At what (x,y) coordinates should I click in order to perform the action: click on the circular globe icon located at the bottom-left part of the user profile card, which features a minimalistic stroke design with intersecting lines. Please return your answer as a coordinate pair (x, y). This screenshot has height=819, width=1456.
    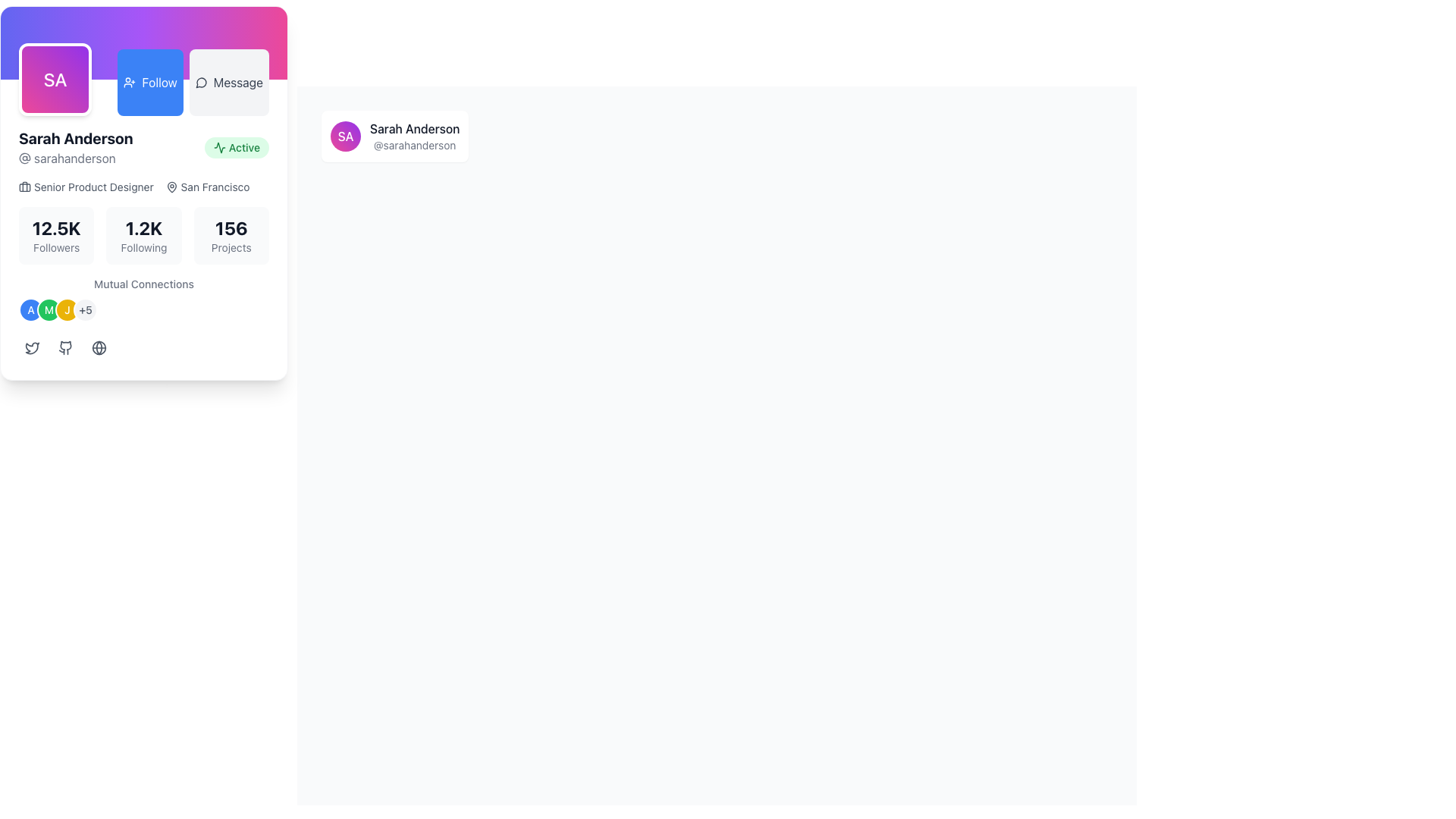
    Looking at the image, I should click on (98, 348).